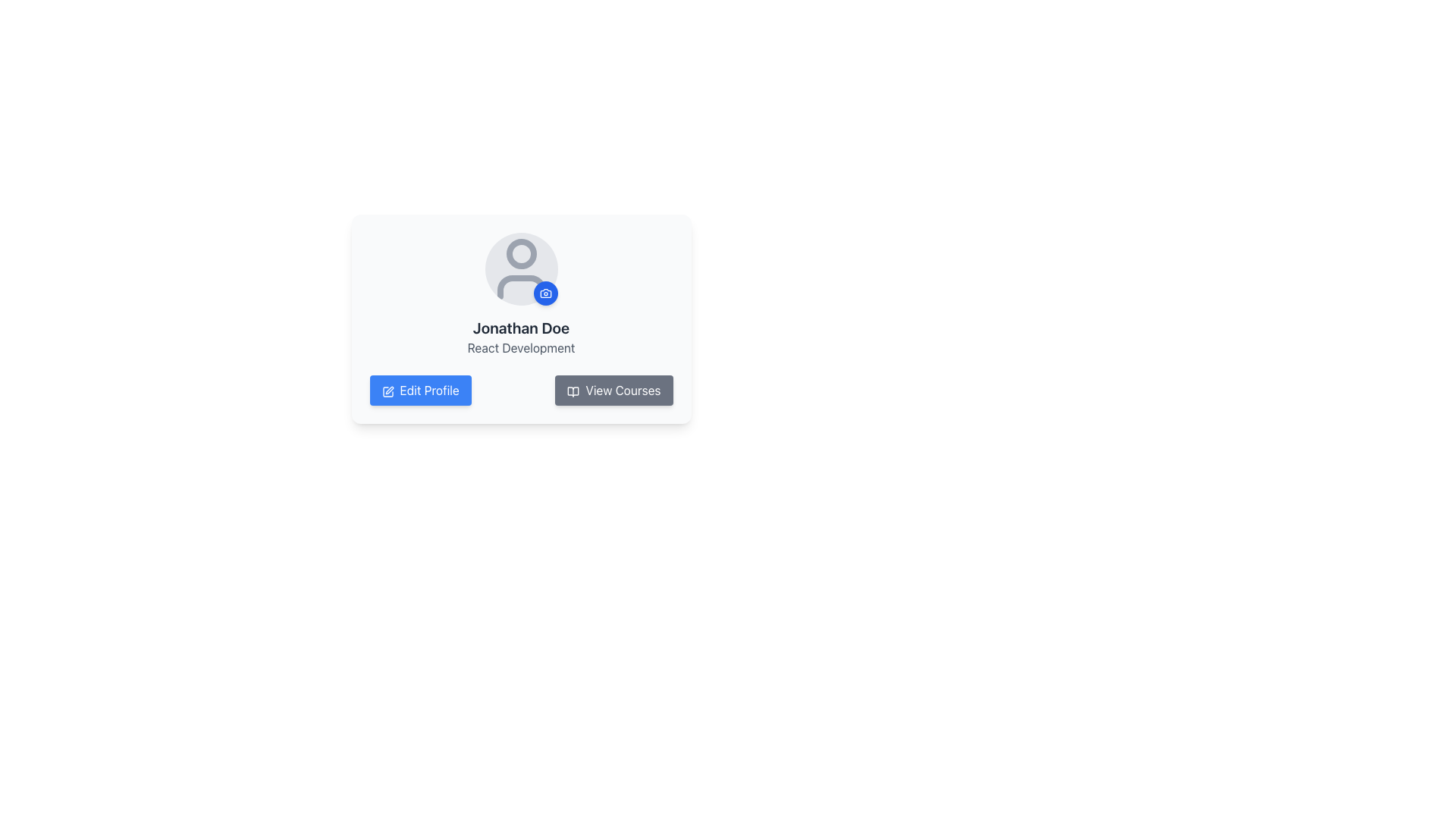 The height and width of the screenshot is (819, 1456). Describe the element at coordinates (613, 390) in the screenshot. I see `the button located to the right of the blue 'Edit Profile' button in the horizontal button group` at that location.